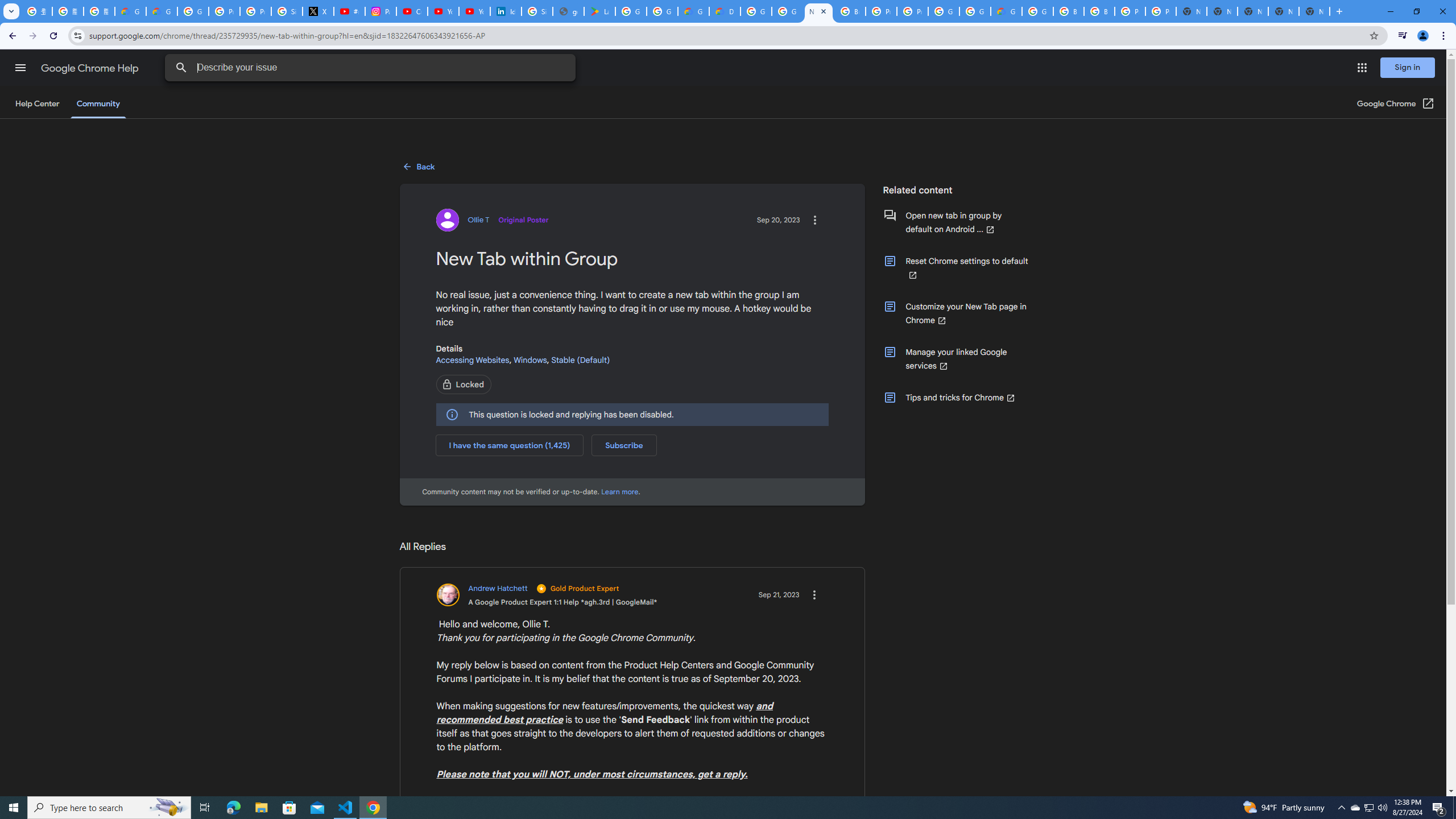 The image size is (1456, 819). What do you see at coordinates (180, 67) in the screenshot?
I see `'Search Help Center'` at bounding box center [180, 67].